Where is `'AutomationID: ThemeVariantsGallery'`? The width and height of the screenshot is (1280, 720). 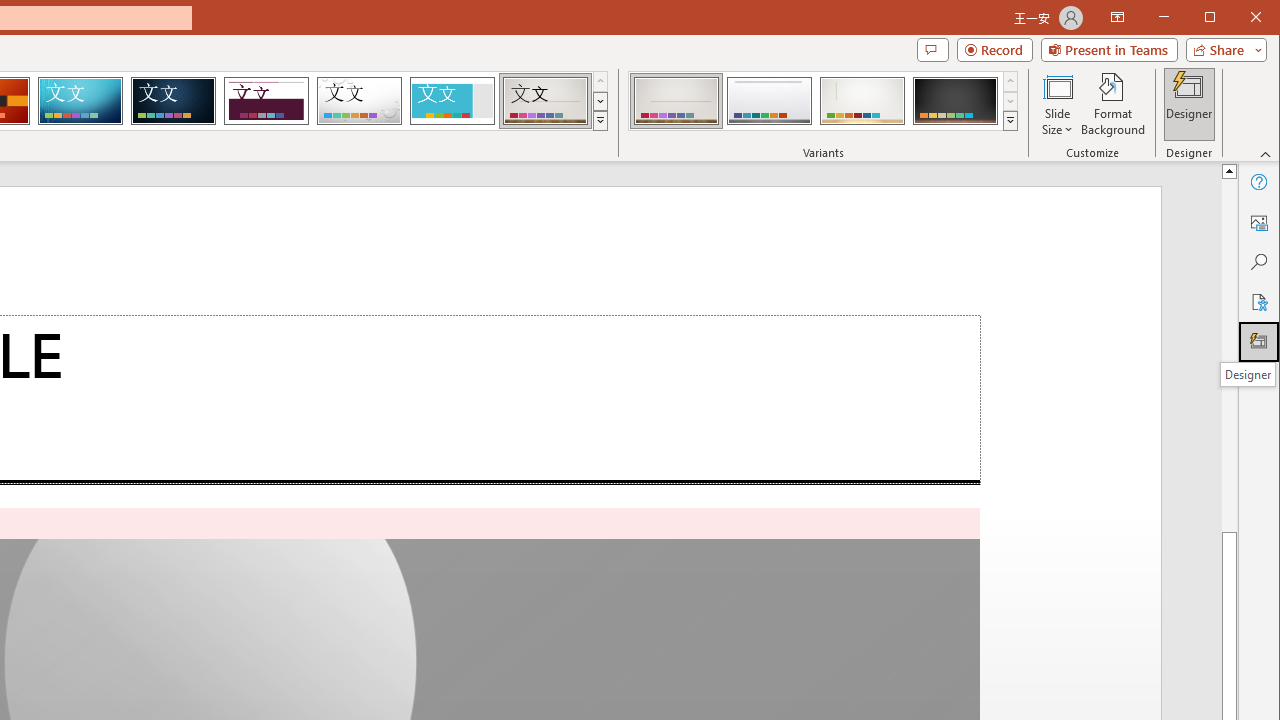 'AutomationID: ThemeVariantsGallery' is located at coordinates (824, 101).